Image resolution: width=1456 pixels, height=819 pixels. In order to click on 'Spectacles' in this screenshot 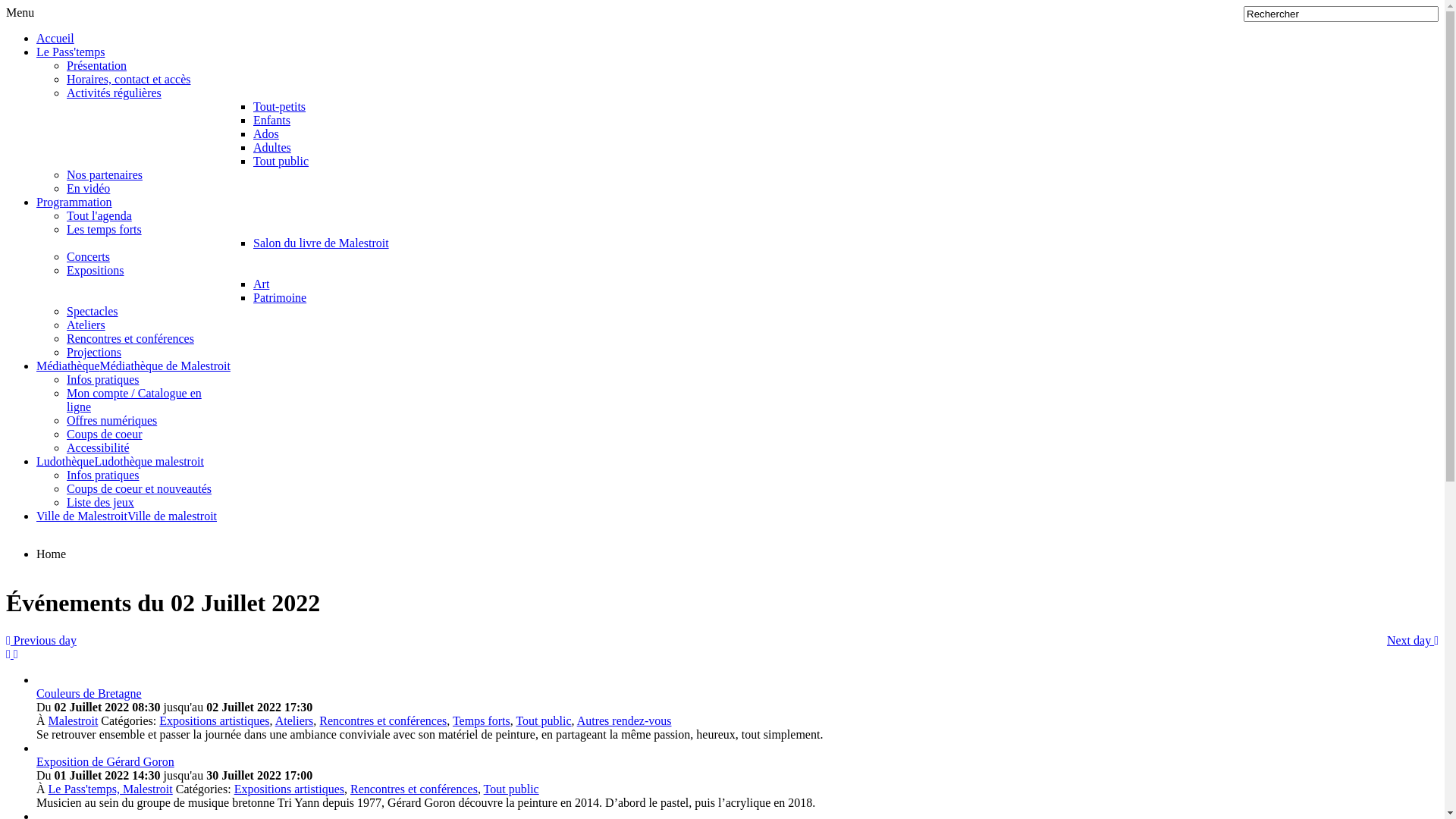, I will do `click(91, 310)`.